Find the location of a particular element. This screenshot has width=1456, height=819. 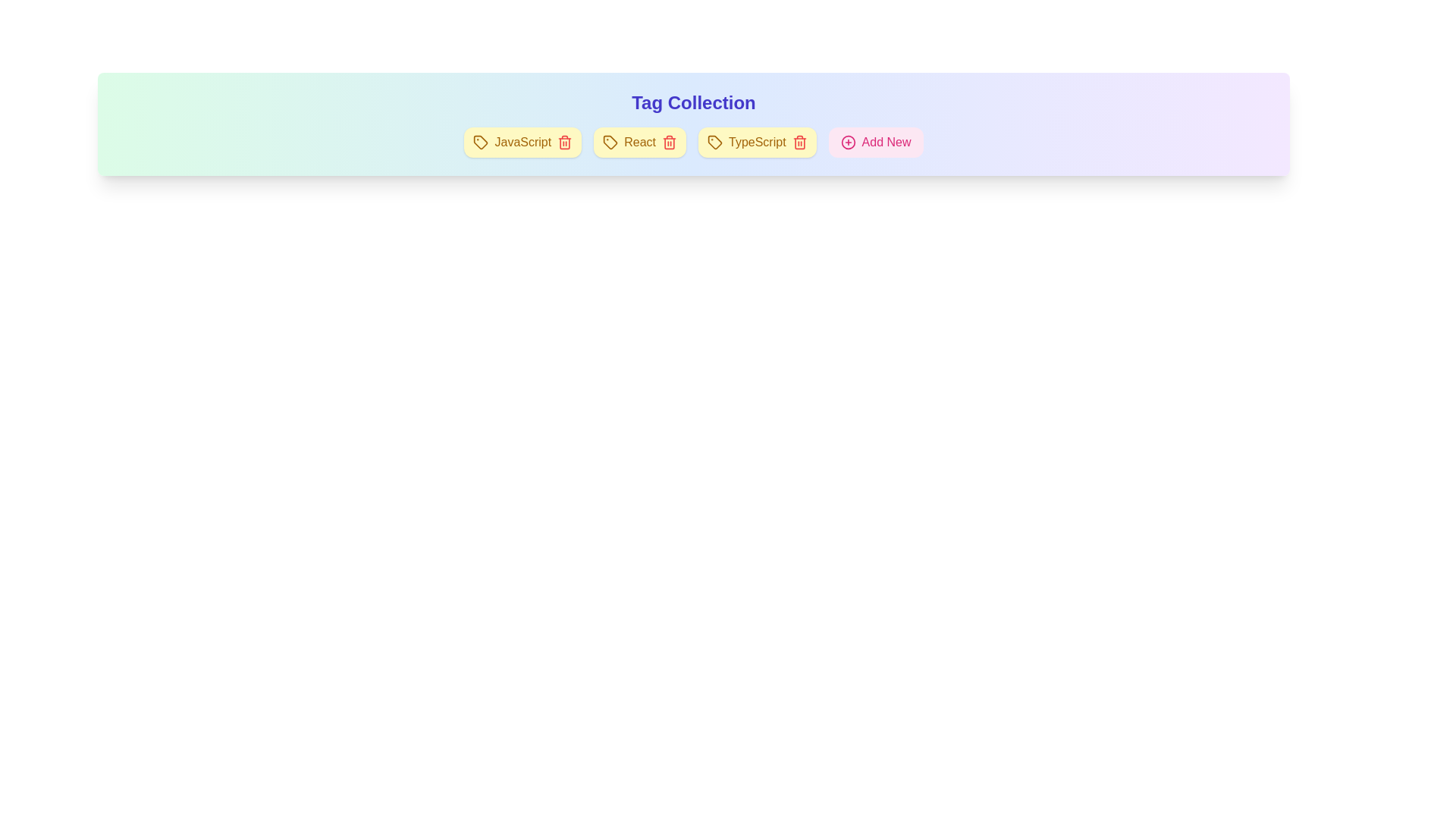

the SVG-based tag icon located within the 'TypeScript' tag in the tag collection section at the top of the interface is located at coordinates (714, 143).